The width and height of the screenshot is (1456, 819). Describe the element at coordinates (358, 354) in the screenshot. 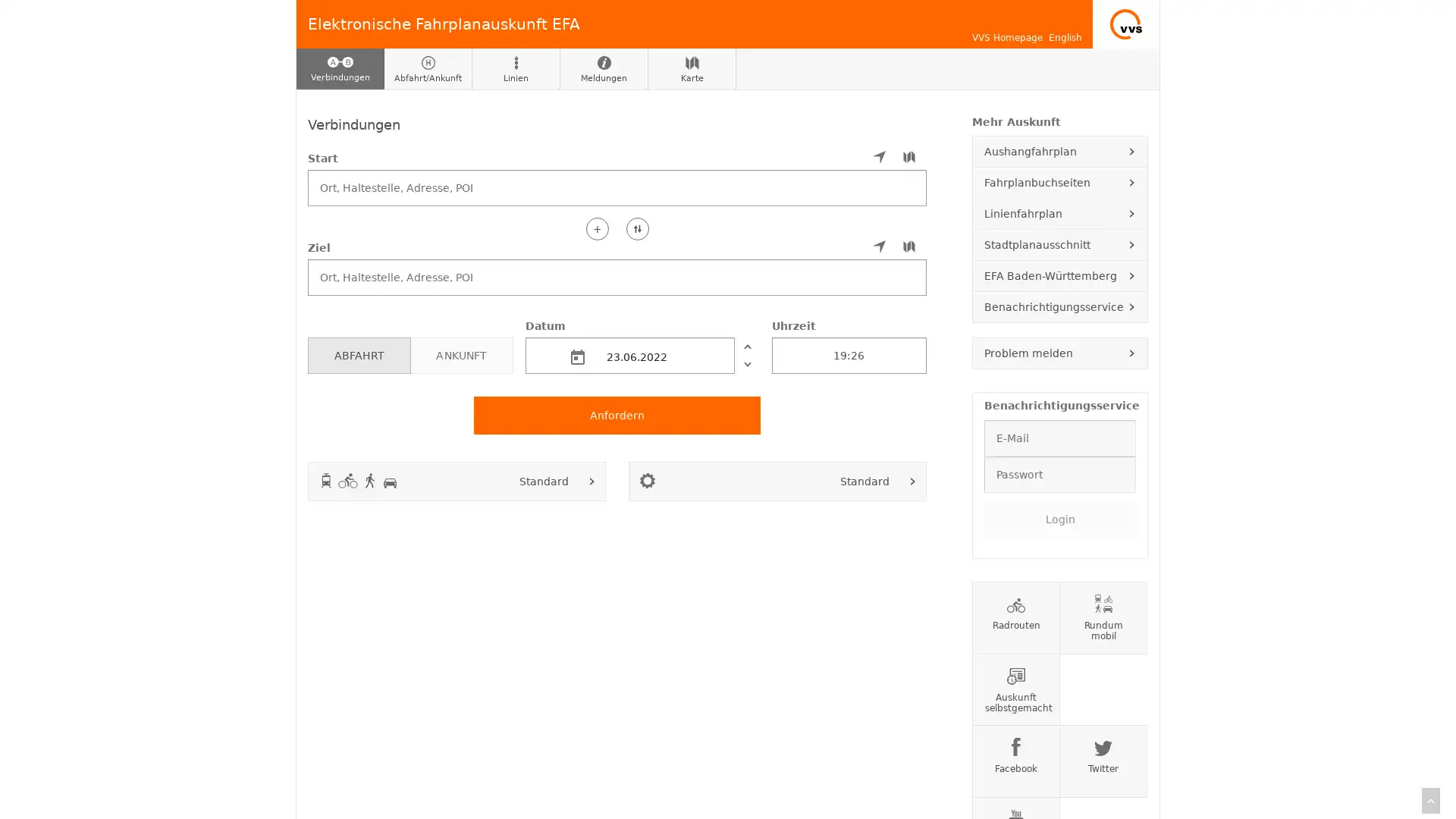

I see `ABFAHRT` at that location.